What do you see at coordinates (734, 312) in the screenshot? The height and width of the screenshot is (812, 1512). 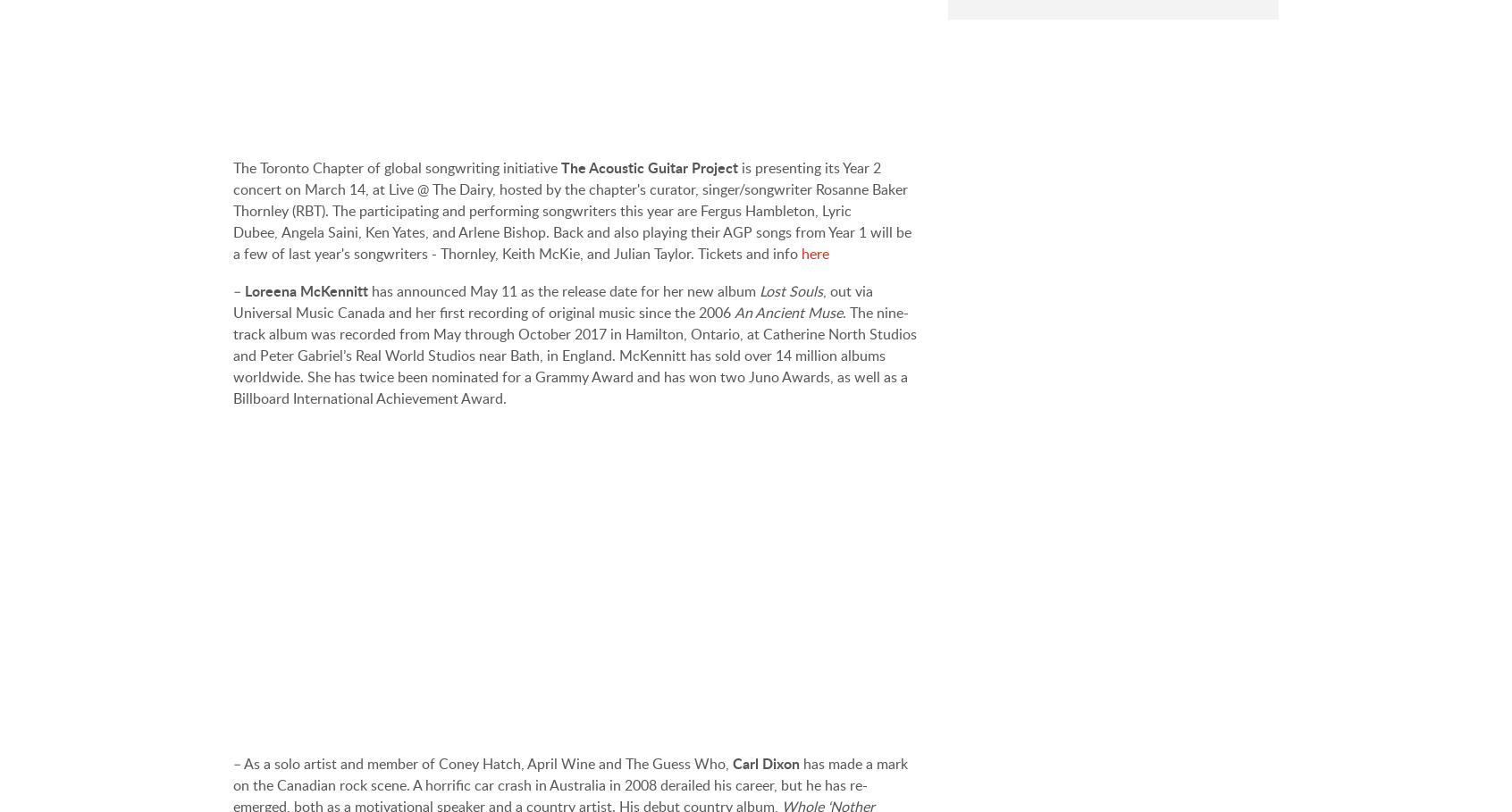 I see `'An Ancient Muse'` at bounding box center [734, 312].